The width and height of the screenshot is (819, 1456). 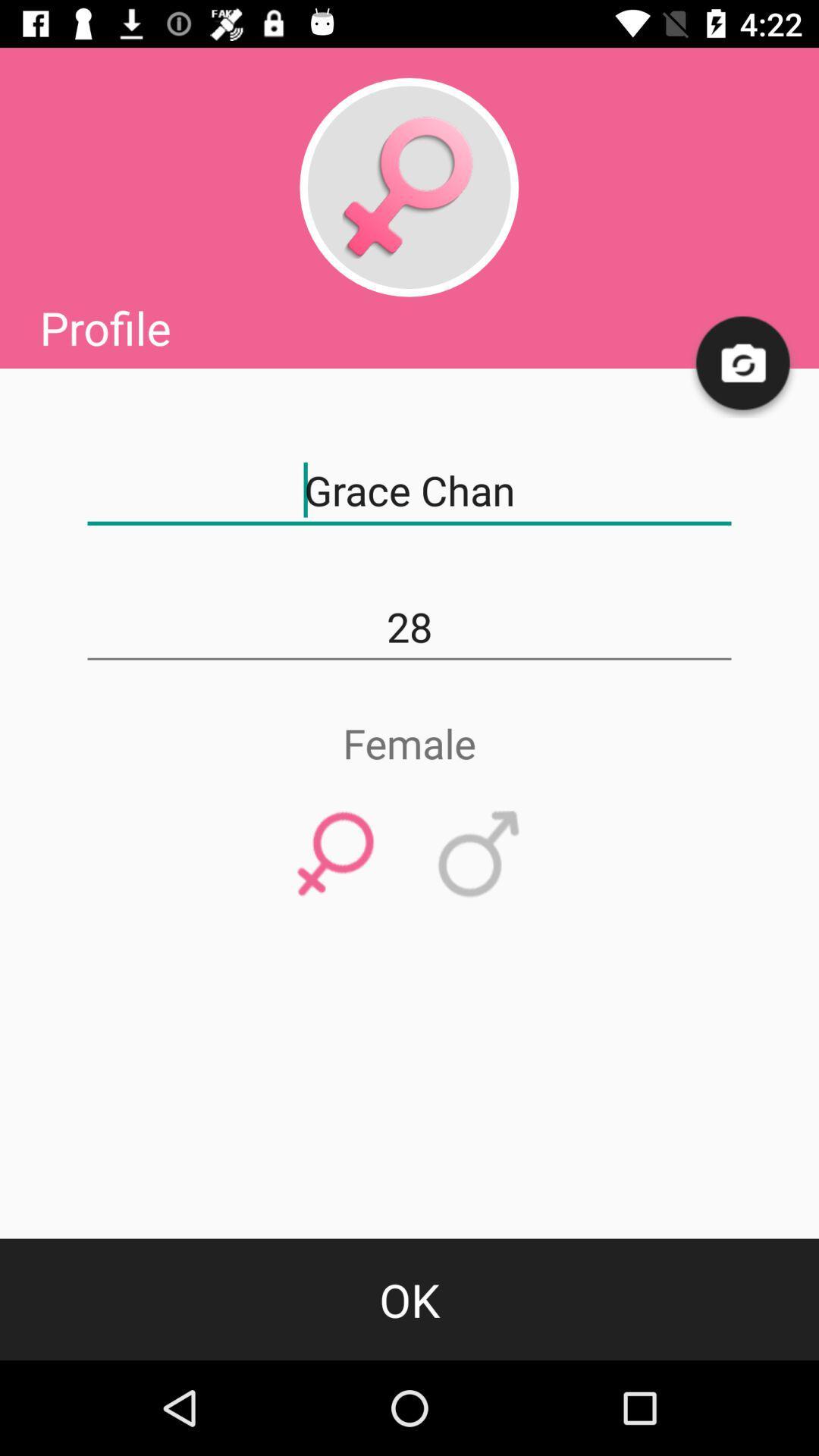 What do you see at coordinates (743, 364) in the screenshot?
I see `rotate photo` at bounding box center [743, 364].